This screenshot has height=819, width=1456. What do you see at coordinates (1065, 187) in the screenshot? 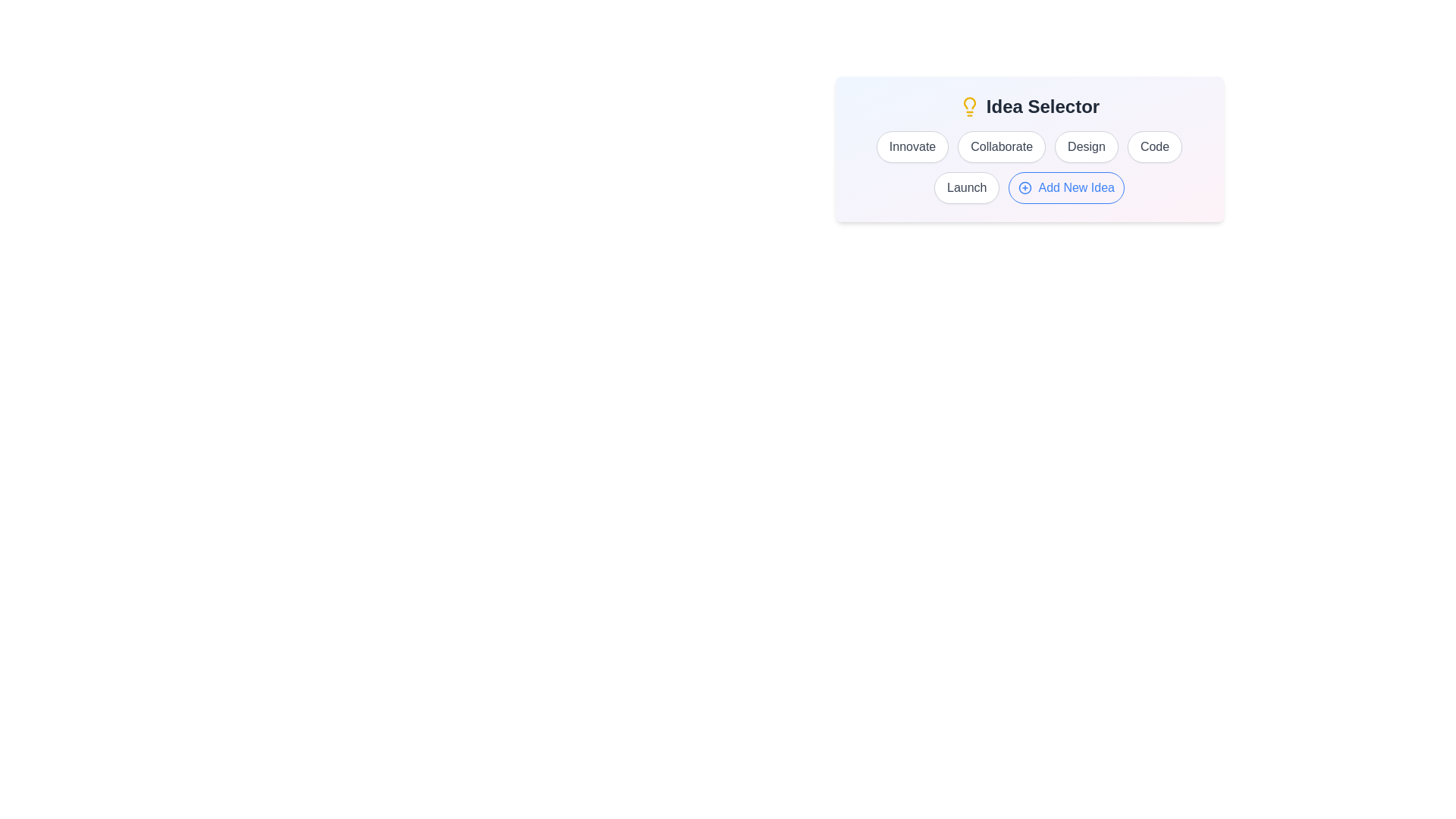
I see `the 'Add New Idea' button to add a new idea` at bounding box center [1065, 187].